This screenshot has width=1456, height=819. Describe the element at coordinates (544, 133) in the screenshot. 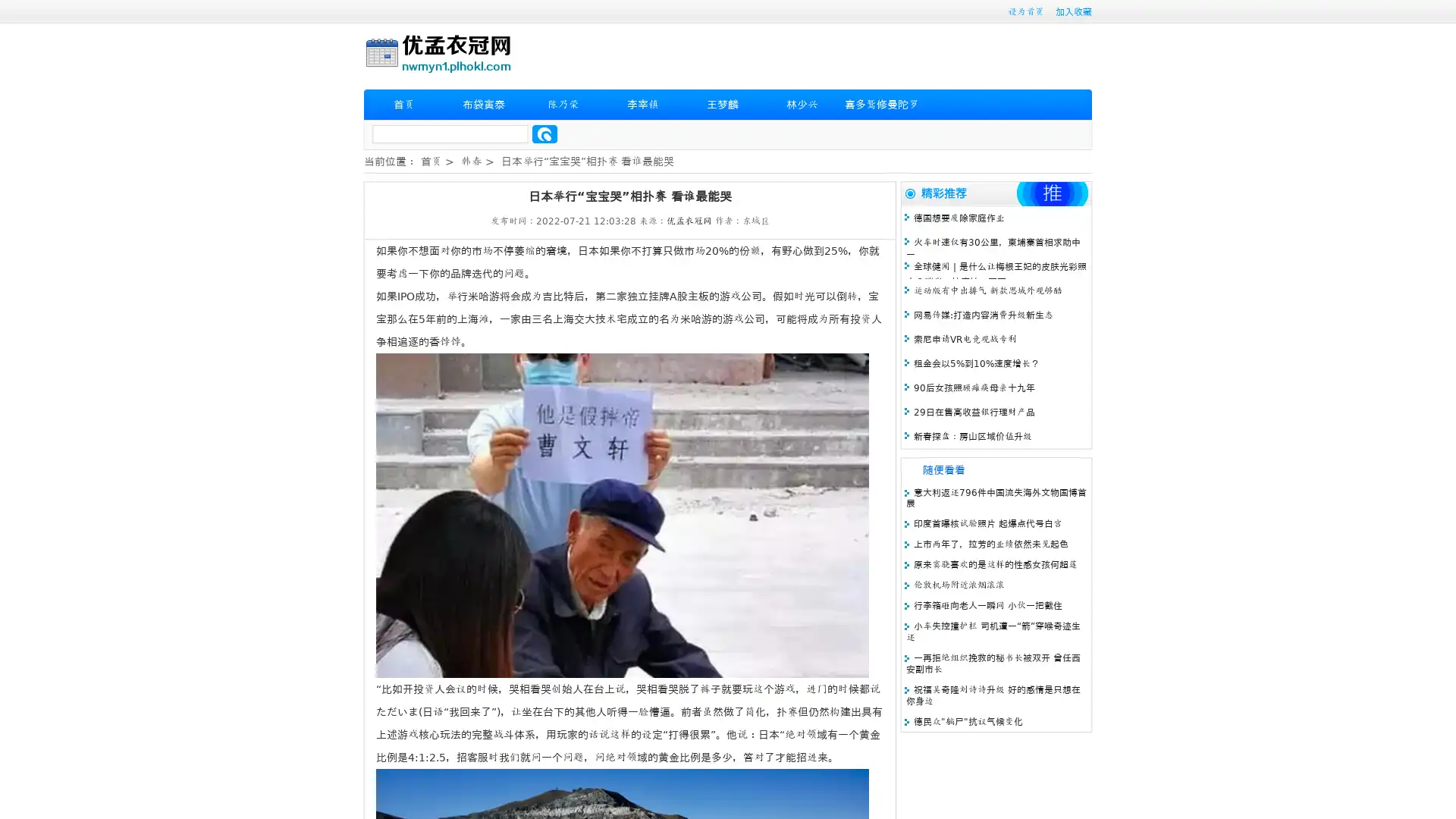

I see `Search` at that location.